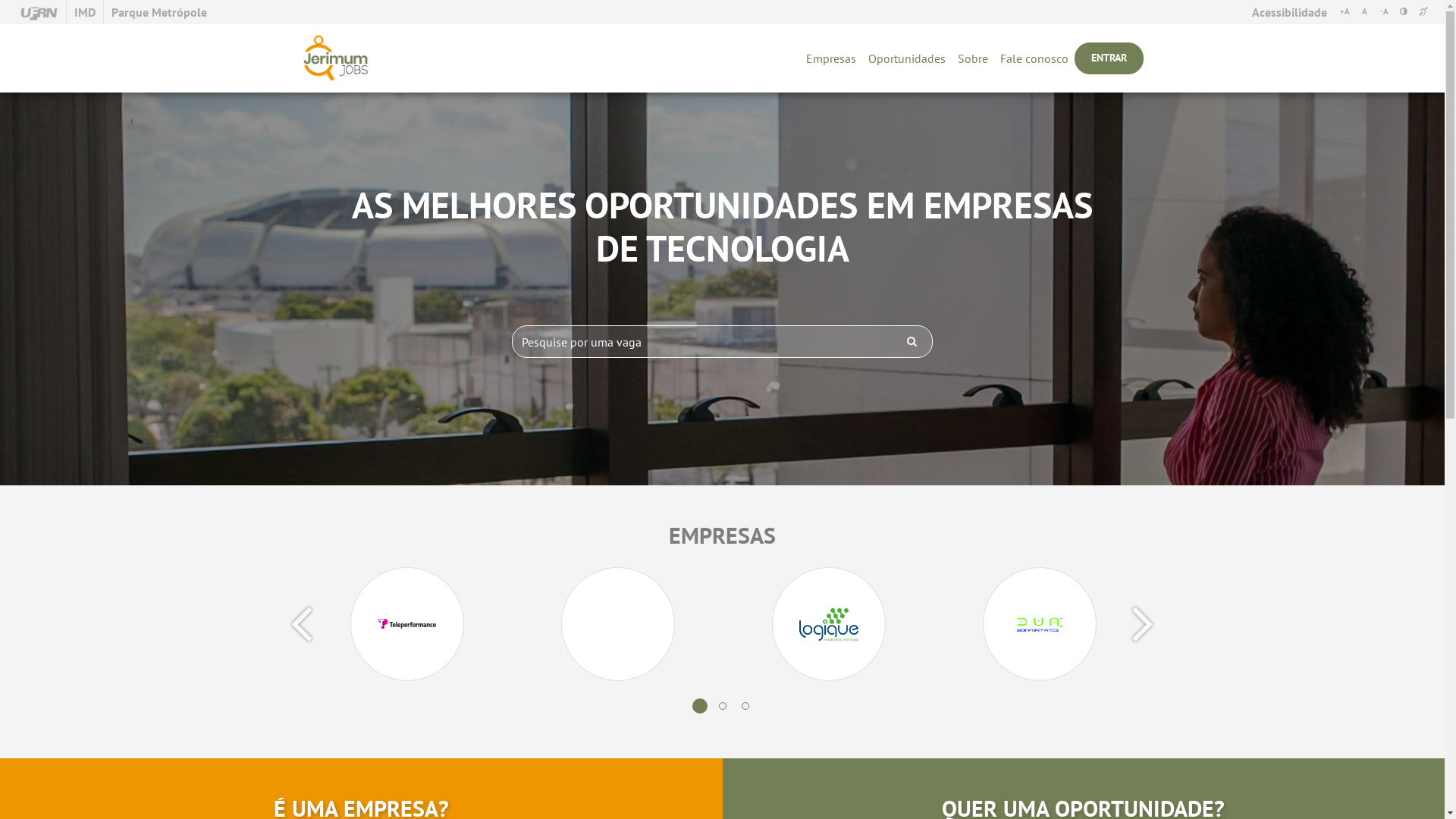 Image resolution: width=1456 pixels, height=819 pixels. What do you see at coordinates (972, 58) in the screenshot?
I see `'Sobre'` at bounding box center [972, 58].